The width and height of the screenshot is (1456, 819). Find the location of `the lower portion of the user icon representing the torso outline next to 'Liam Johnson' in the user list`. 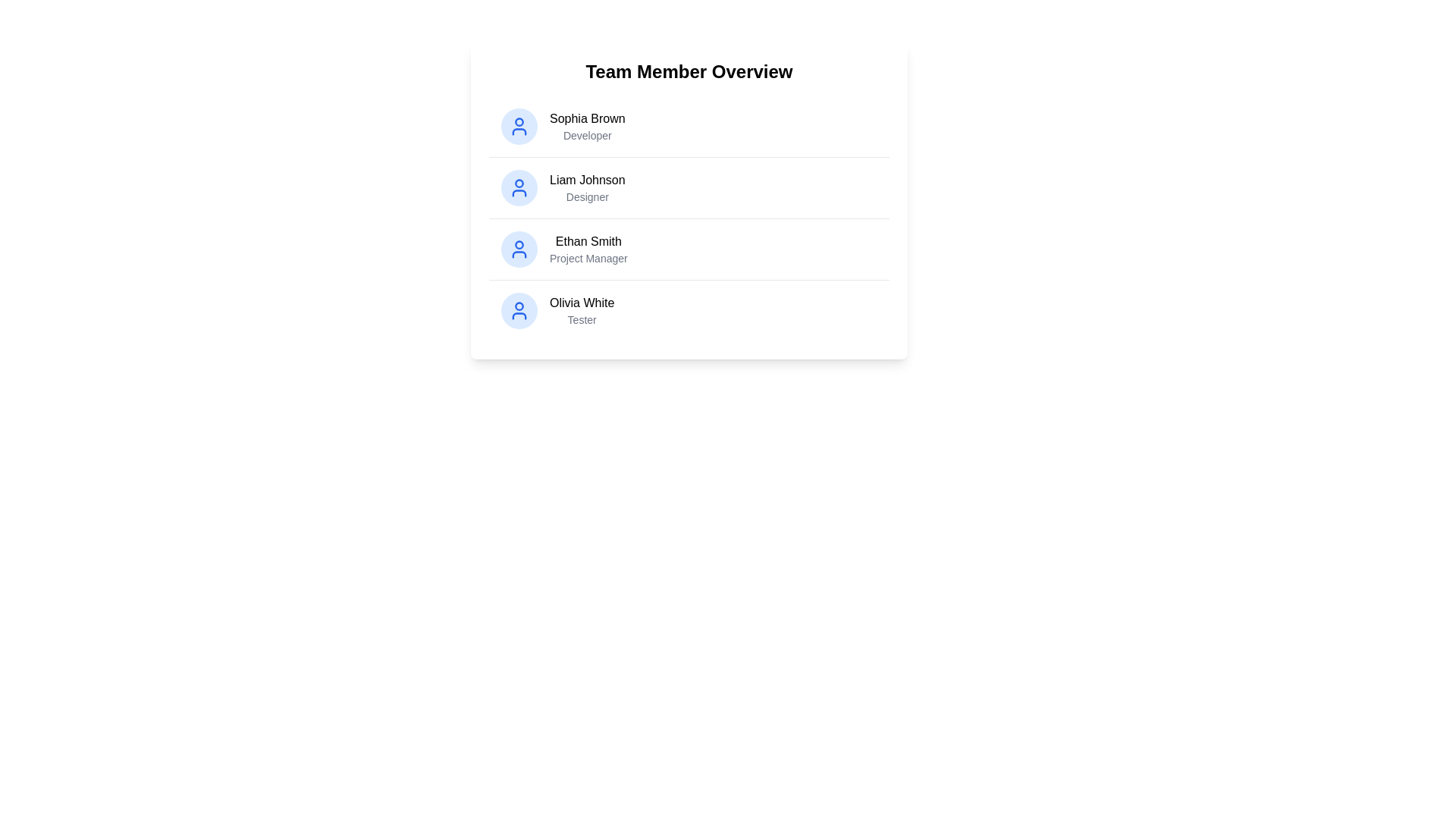

the lower portion of the user icon representing the torso outline next to 'Liam Johnson' in the user list is located at coordinates (519, 192).